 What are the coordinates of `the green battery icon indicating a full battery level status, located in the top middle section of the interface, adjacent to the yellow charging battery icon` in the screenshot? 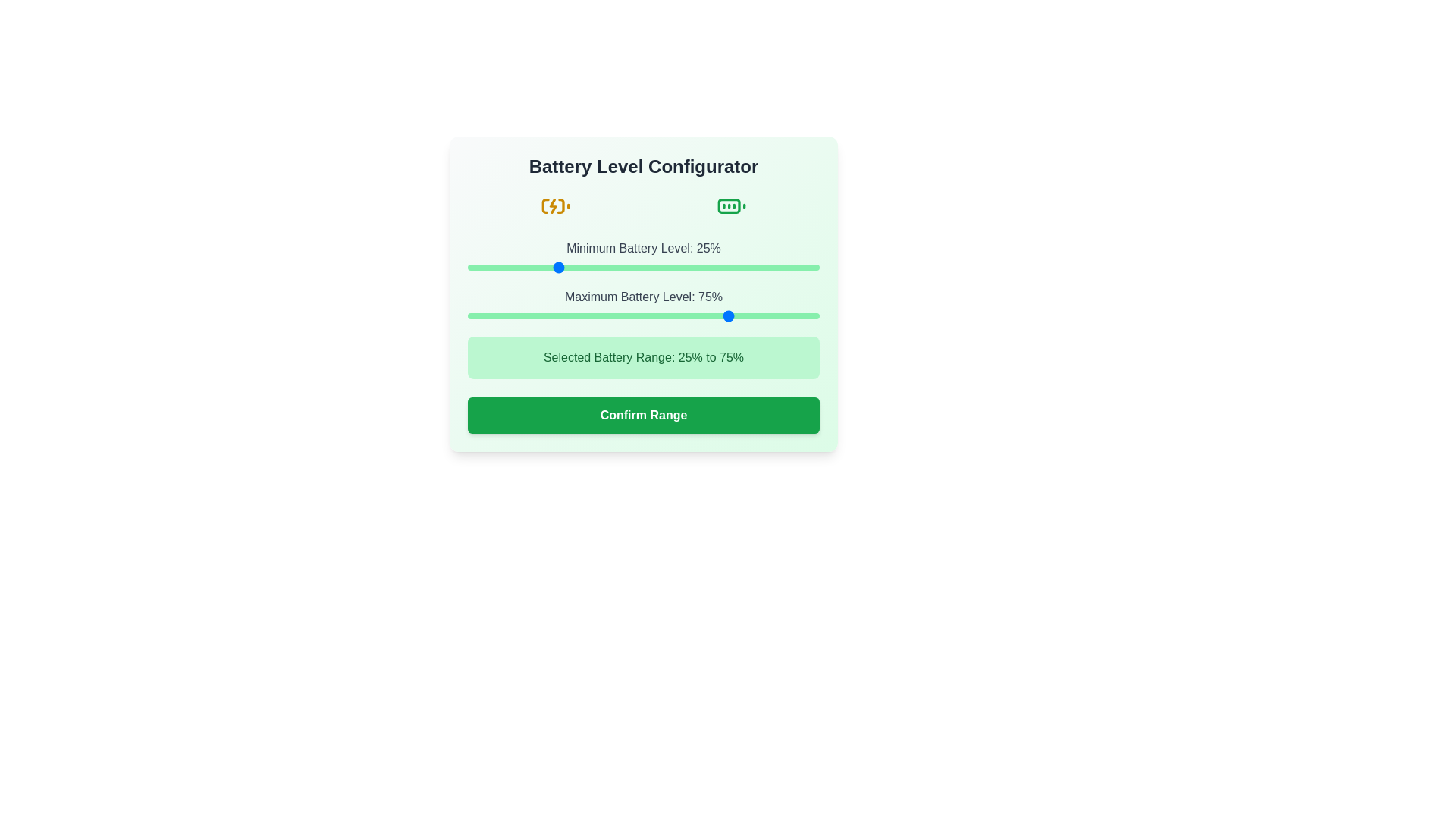 It's located at (731, 206).